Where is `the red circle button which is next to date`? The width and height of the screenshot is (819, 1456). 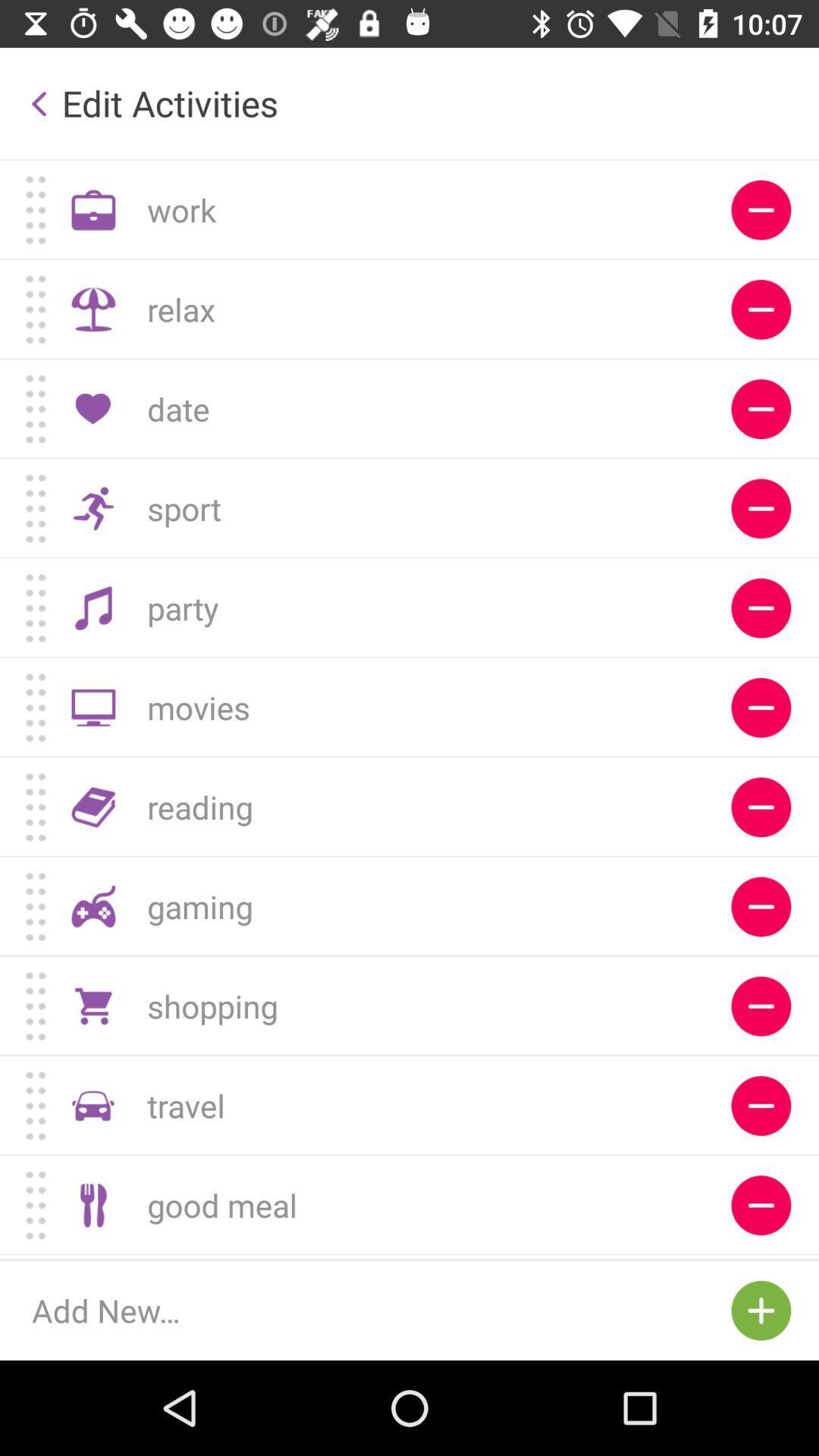 the red circle button which is next to date is located at coordinates (761, 409).